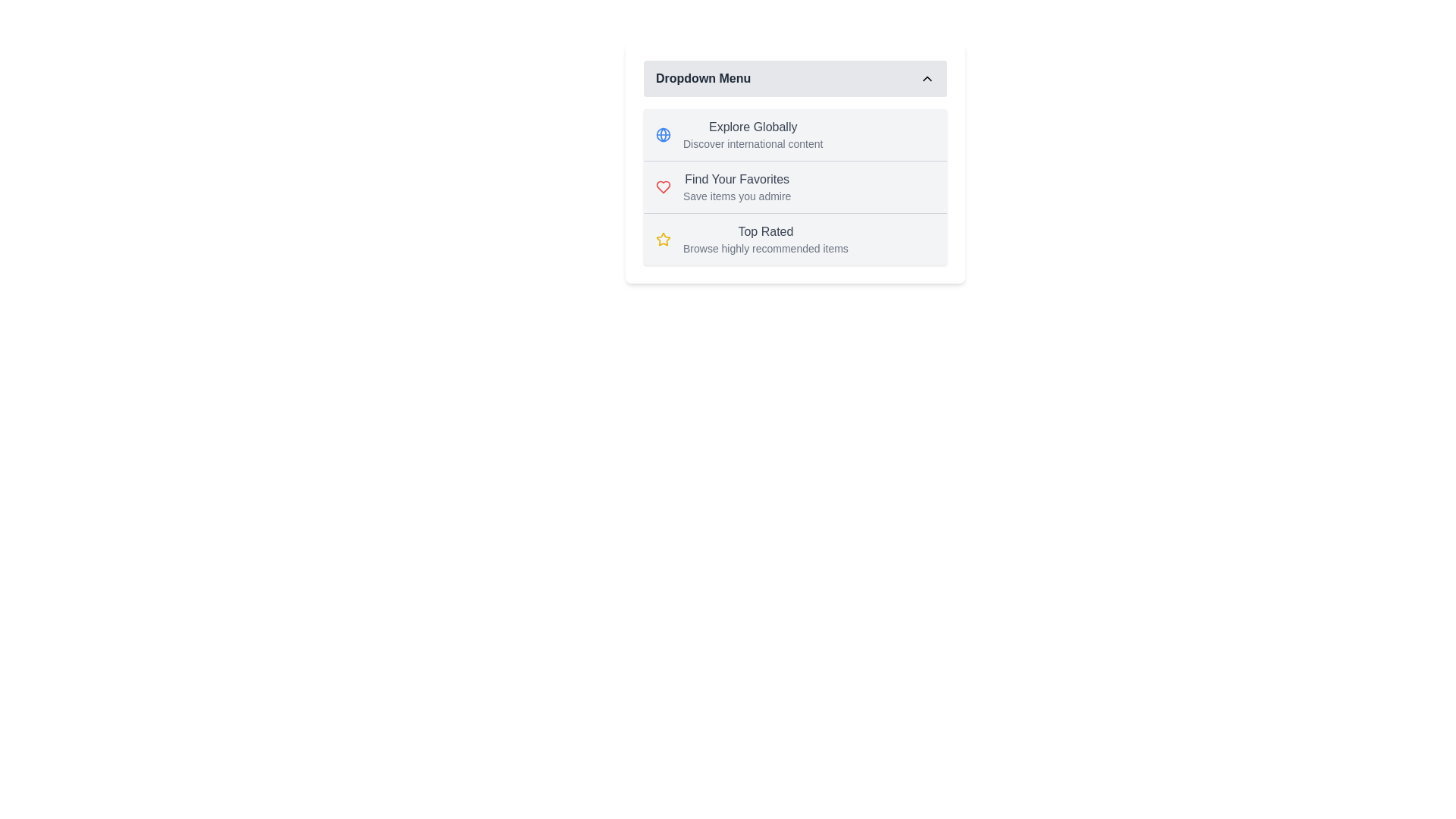  What do you see at coordinates (663, 133) in the screenshot?
I see `the SVG circle element that has a blue border and white fill, located inside a globe icon next to the 'Explore Globally' text in the dropdown menu` at bounding box center [663, 133].